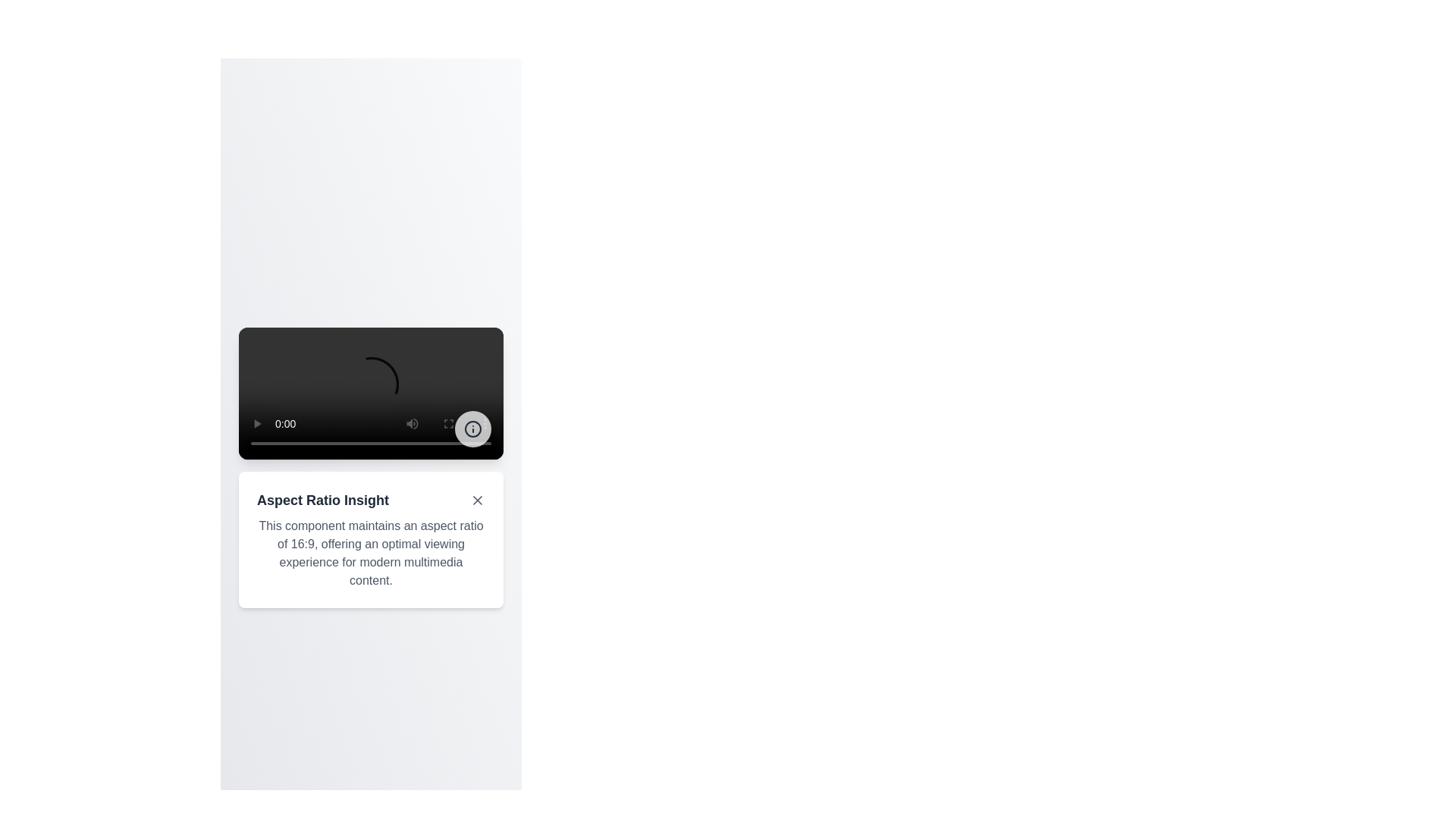 The width and height of the screenshot is (1456, 819). I want to click on the seek bar of the Video Player Interface, which is centrally located above the 'Aspect Ratio Insight' card, so click(371, 393).